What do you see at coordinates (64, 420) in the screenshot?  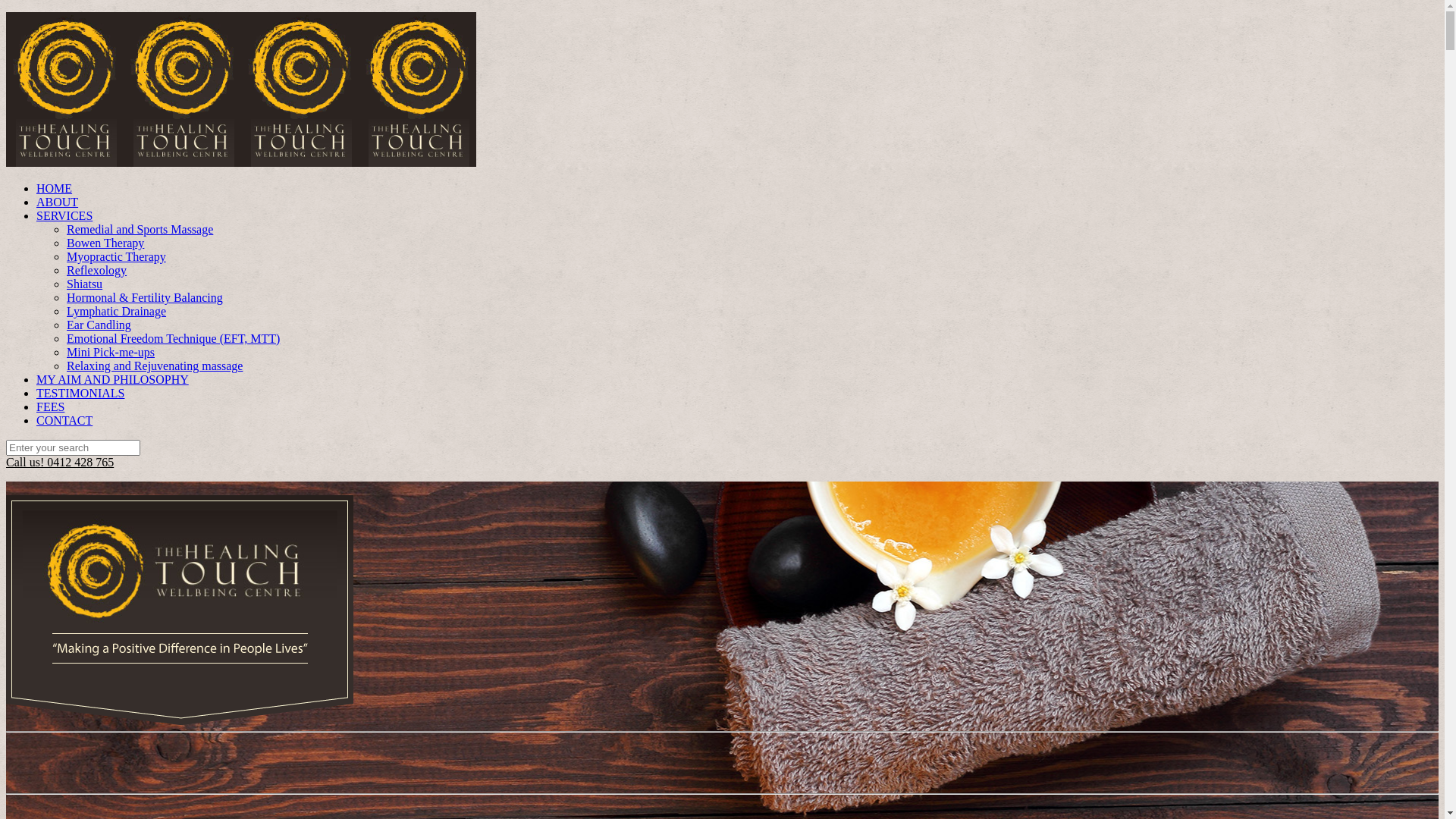 I see `'CONTACT'` at bounding box center [64, 420].